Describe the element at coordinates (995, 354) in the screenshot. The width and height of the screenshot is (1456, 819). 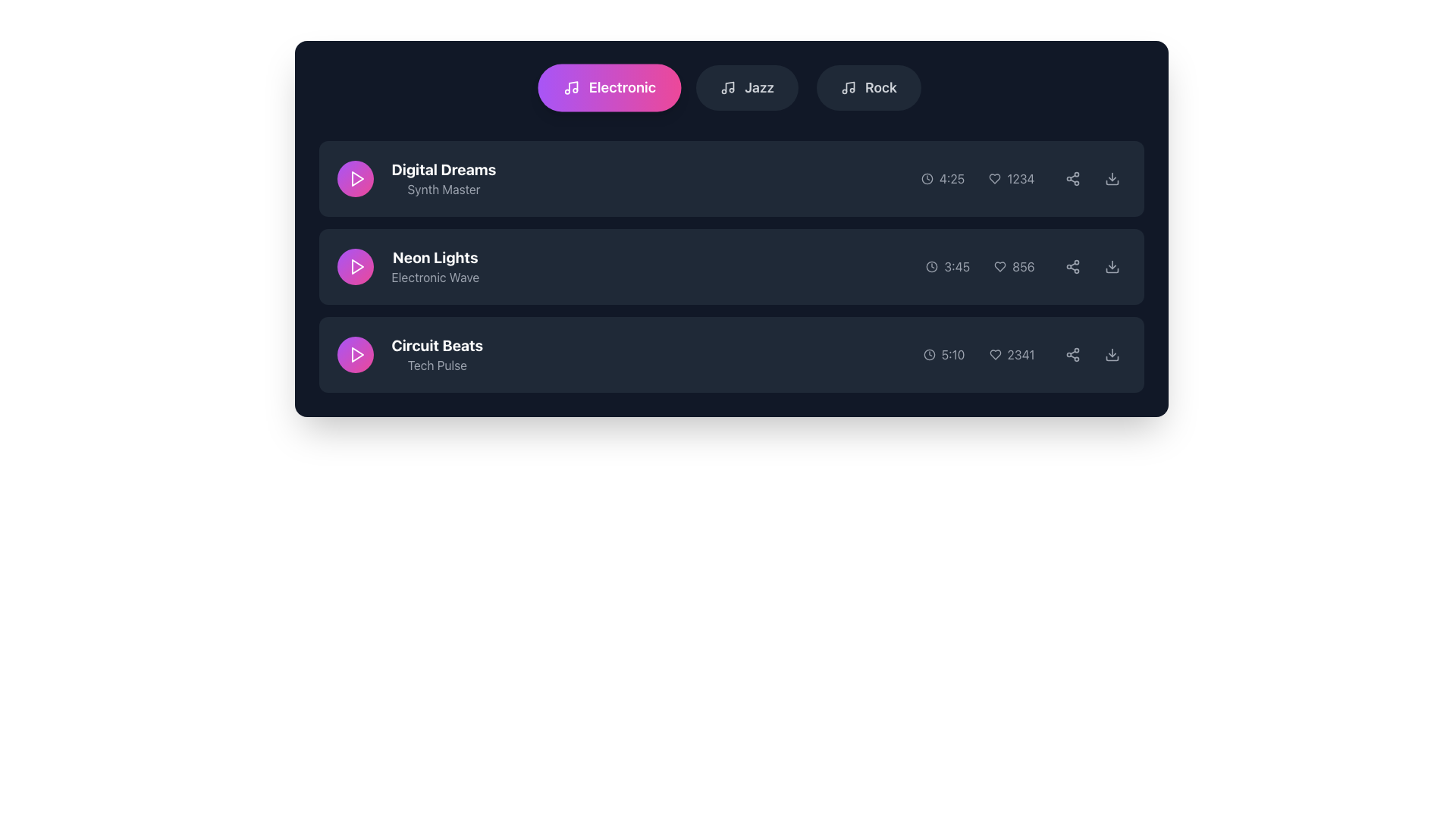
I see `the heart-shaped icon in the third row of the list` at that location.